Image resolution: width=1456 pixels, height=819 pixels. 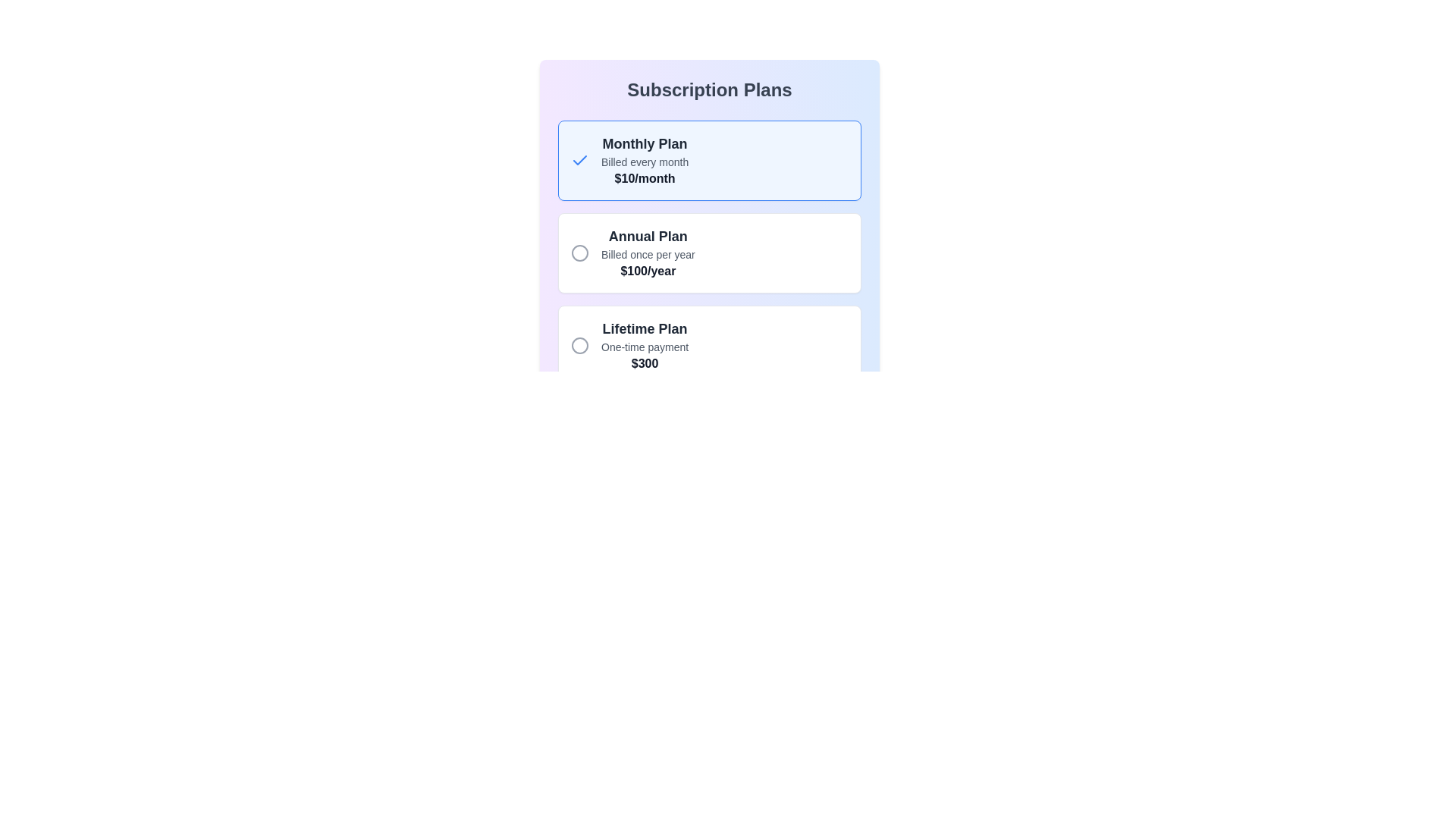 What do you see at coordinates (645, 347) in the screenshot?
I see `the static text label that describes the payment model for the 'Lifetime Plan', located below the plan title and above the pricing text` at bounding box center [645, 347].